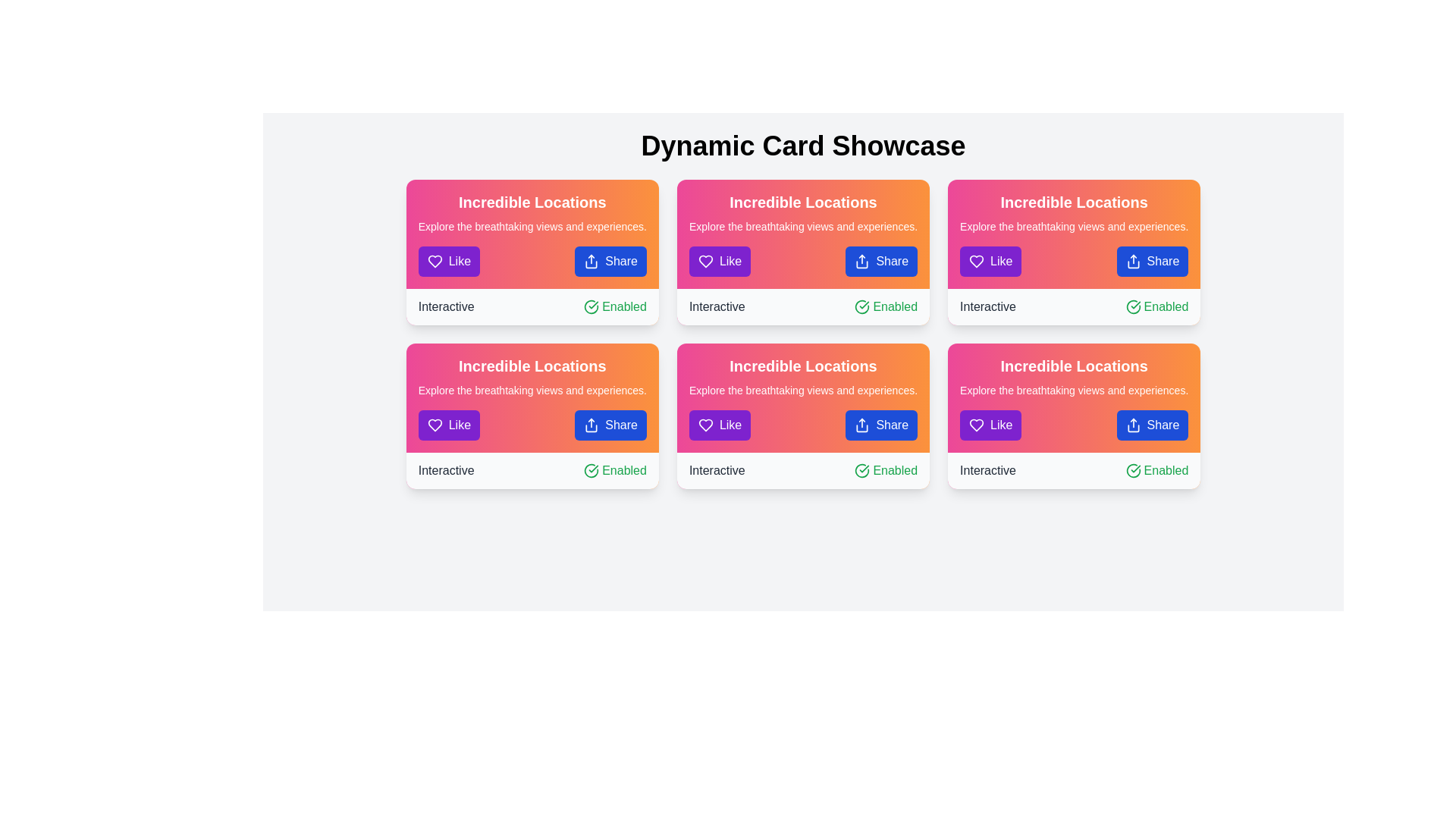 This screenshot has height=819, width=1456. What do you see at coordinates (704, 425) in the screenshot?
I see `the 'Like' icon located at the bottom left area of the card, next to the text 'Like', to express appreciation for the content` at bounding box center [704, 425].